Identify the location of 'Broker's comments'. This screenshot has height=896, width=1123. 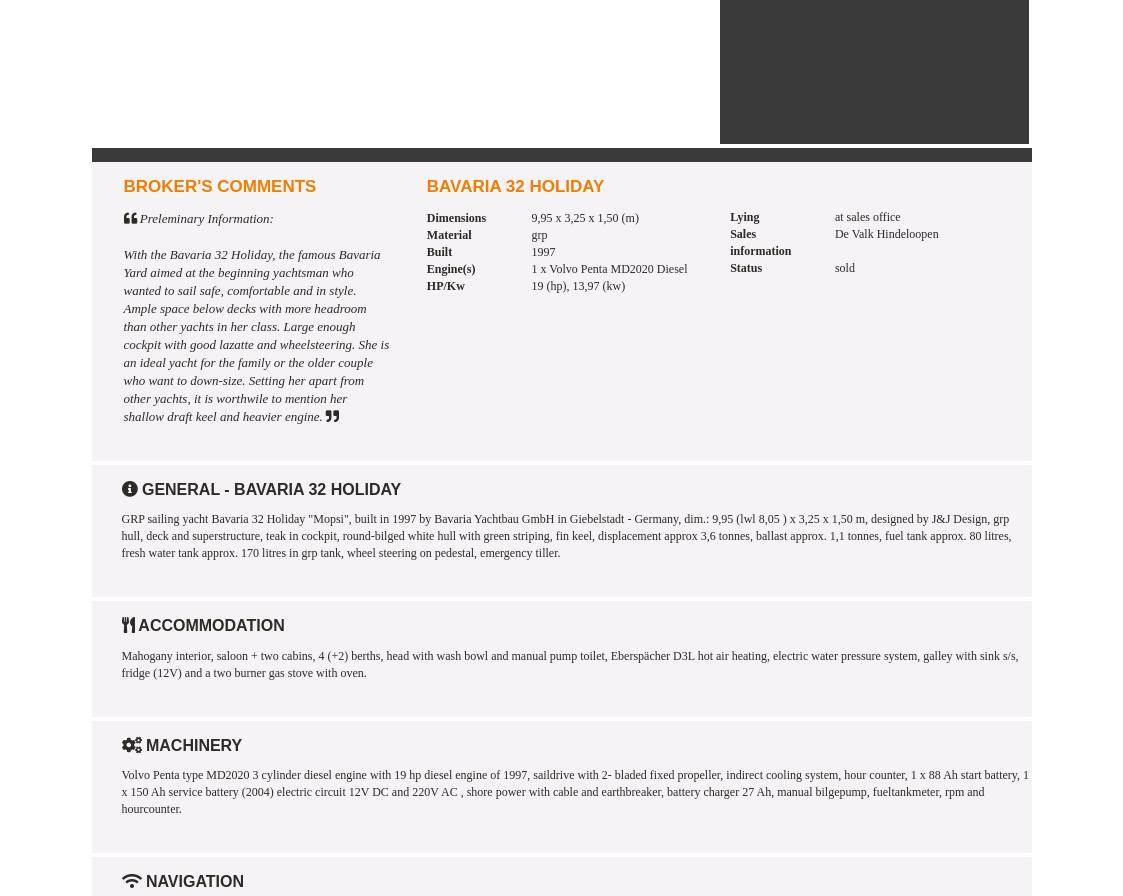
(121, 185).